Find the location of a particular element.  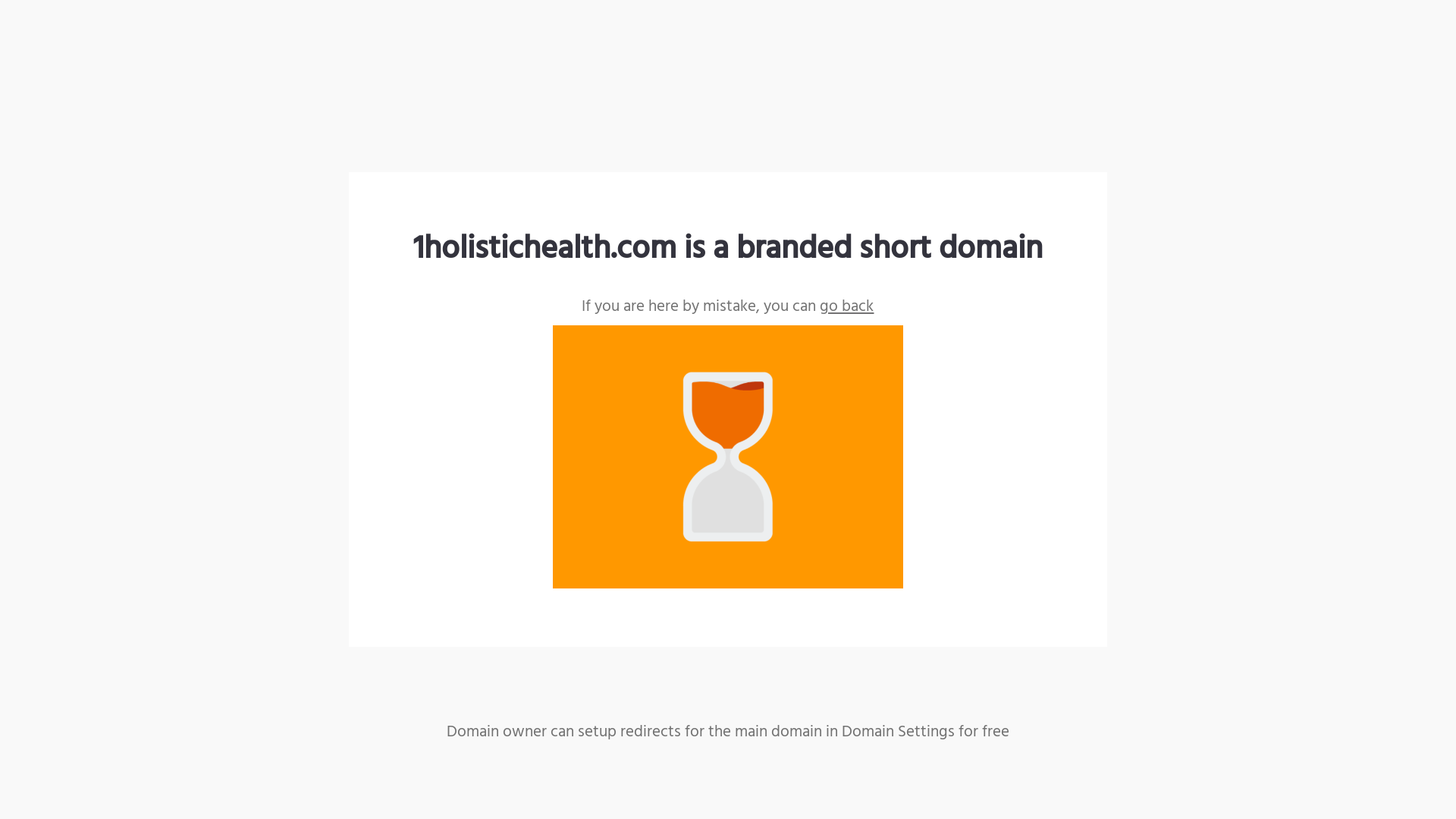

'go back' is located at coordinates (846, 306).